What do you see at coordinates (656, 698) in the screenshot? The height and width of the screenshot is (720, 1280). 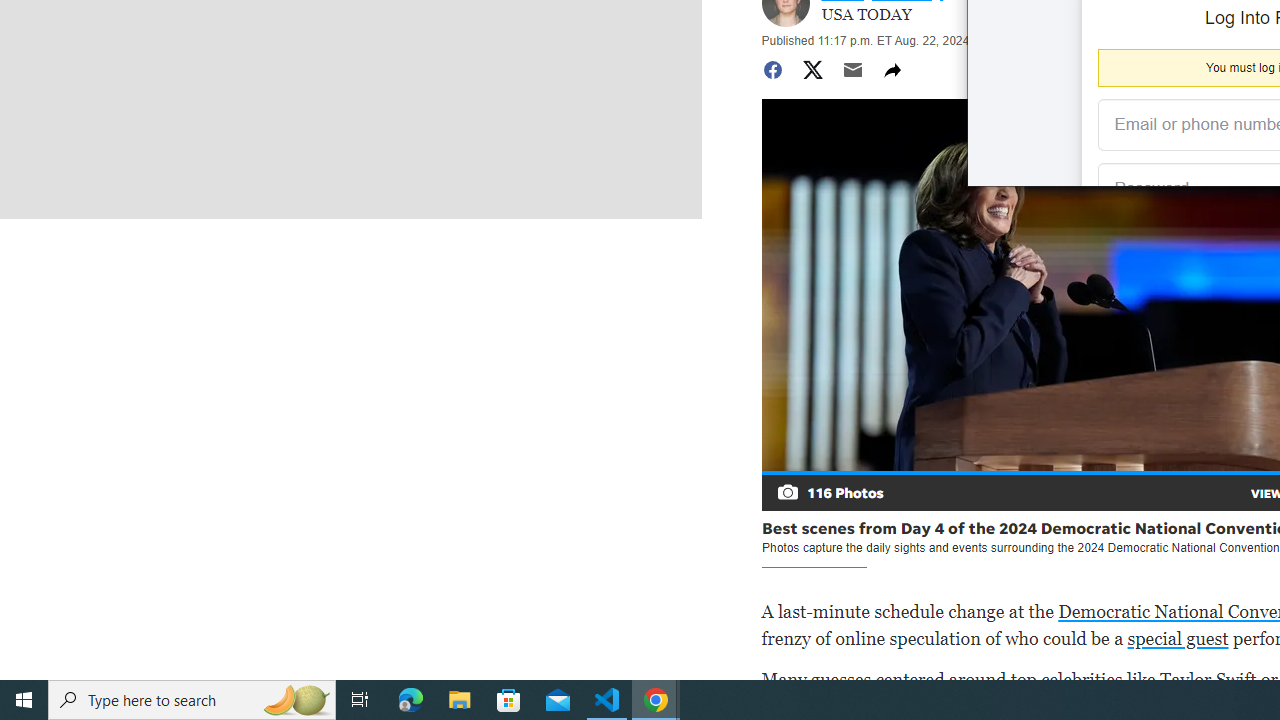 I see `'Google Chrome - 2 running windows'` at bounding box center [656, 698].